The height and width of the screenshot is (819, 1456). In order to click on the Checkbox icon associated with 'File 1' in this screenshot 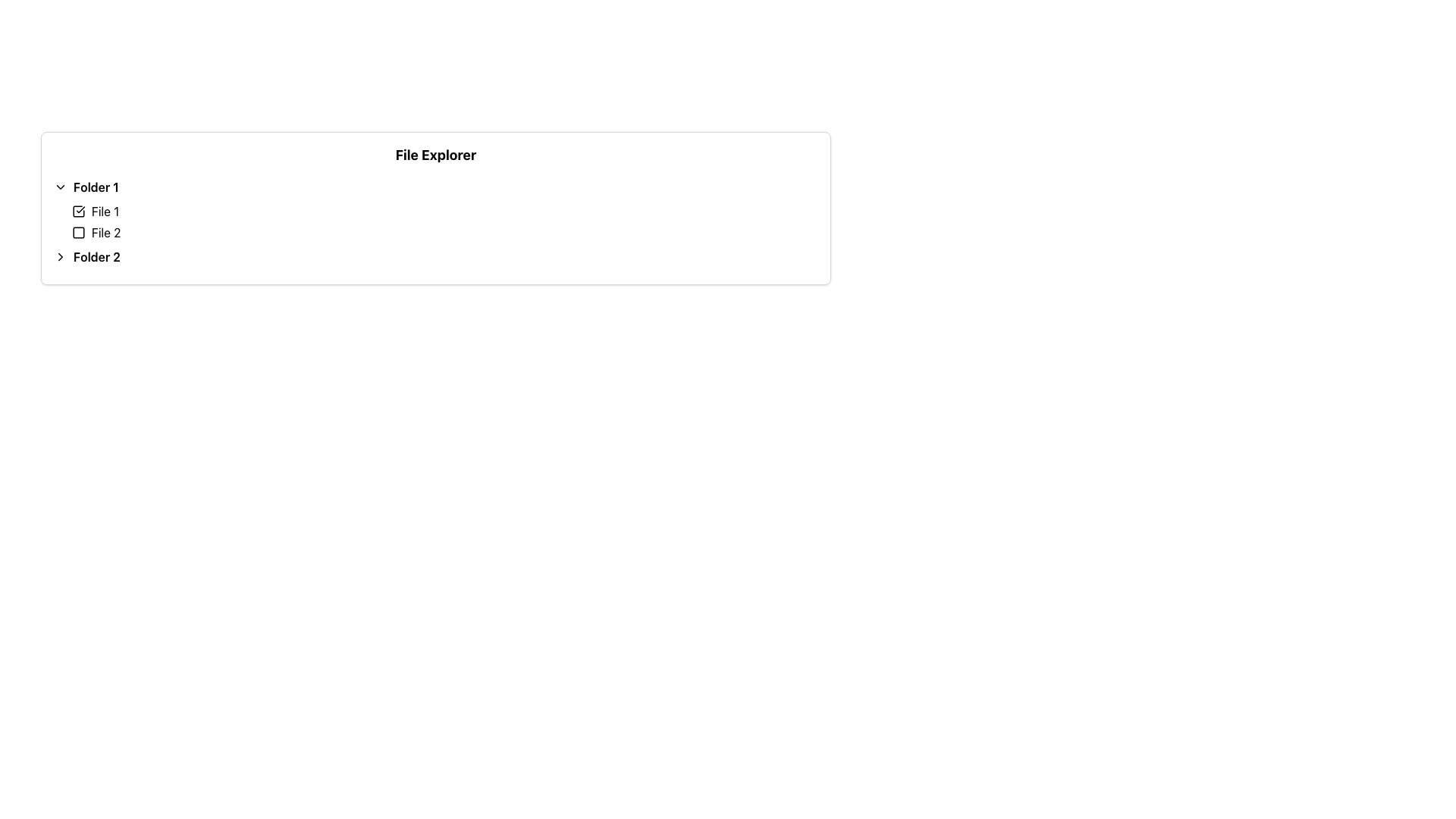, I will do `click(78, 211)`.